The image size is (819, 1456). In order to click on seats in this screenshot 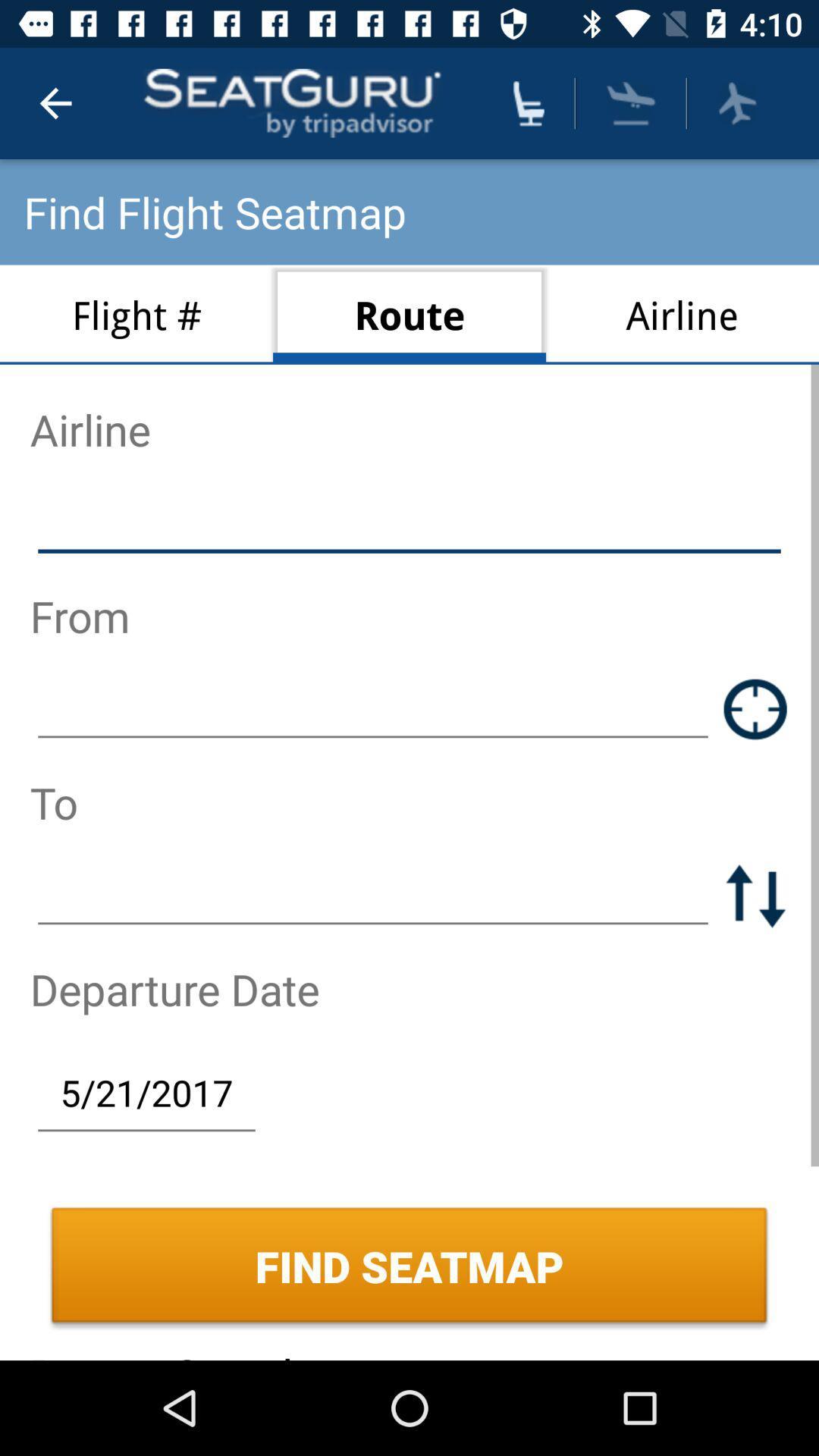, I will do `click(528, 102)`.